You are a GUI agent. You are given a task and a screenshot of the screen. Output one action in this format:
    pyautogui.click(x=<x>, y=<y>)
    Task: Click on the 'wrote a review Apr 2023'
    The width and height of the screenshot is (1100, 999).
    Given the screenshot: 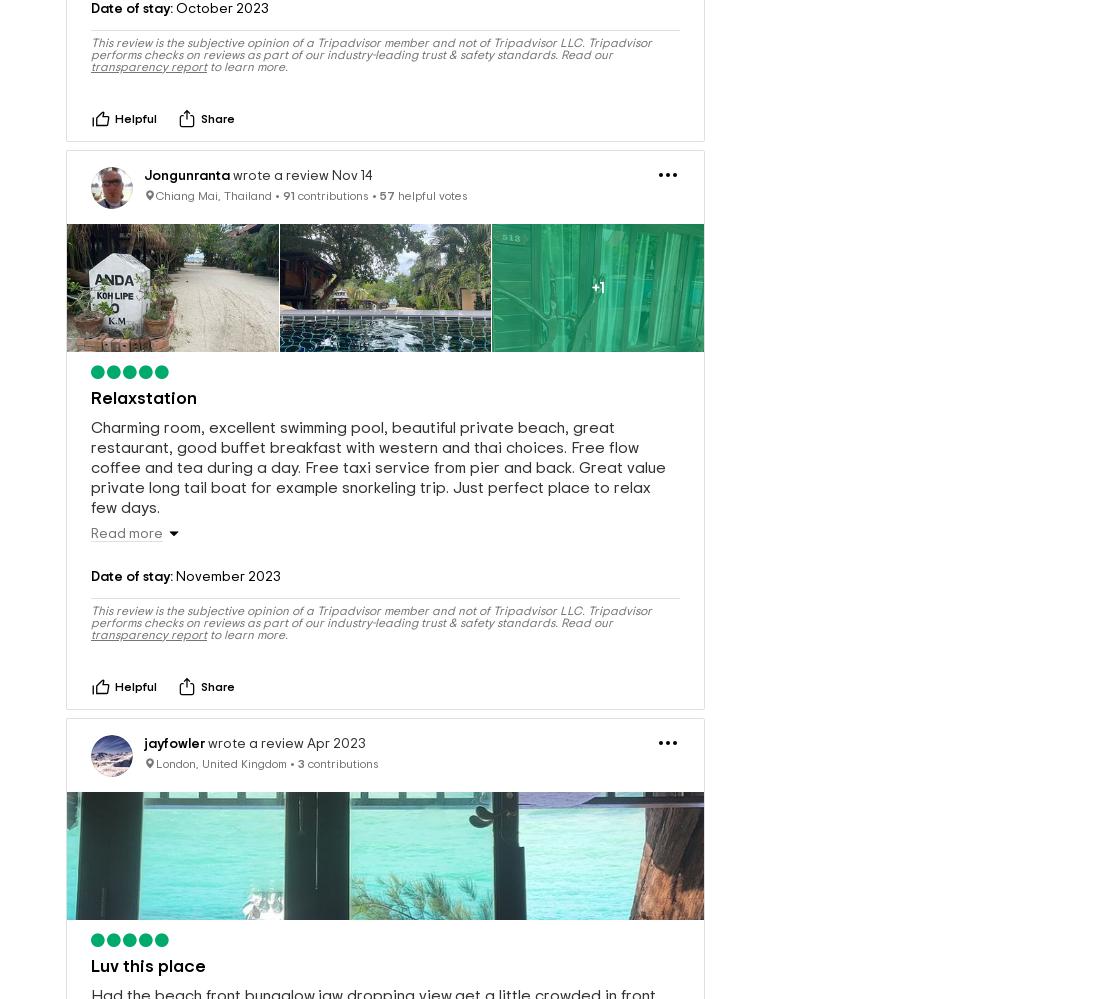 What is the action you would take?
    pyautogui.click(x=284, y=710)
    